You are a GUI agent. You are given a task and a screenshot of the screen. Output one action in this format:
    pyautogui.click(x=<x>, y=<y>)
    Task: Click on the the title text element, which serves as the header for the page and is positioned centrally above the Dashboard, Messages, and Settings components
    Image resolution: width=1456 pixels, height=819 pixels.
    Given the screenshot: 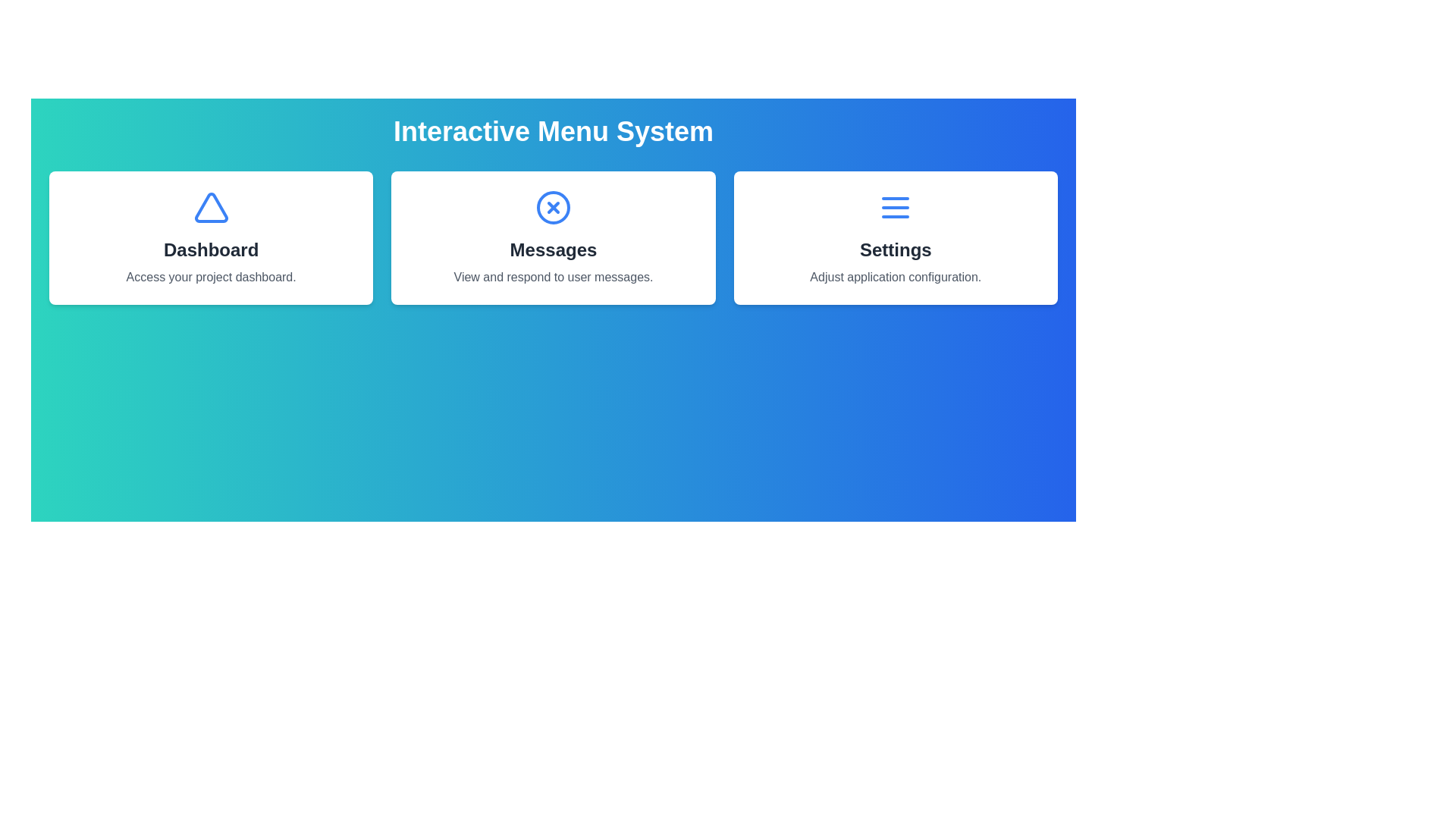 What is the action you would take?
    pyautogui.click(x=552, y=130)
    